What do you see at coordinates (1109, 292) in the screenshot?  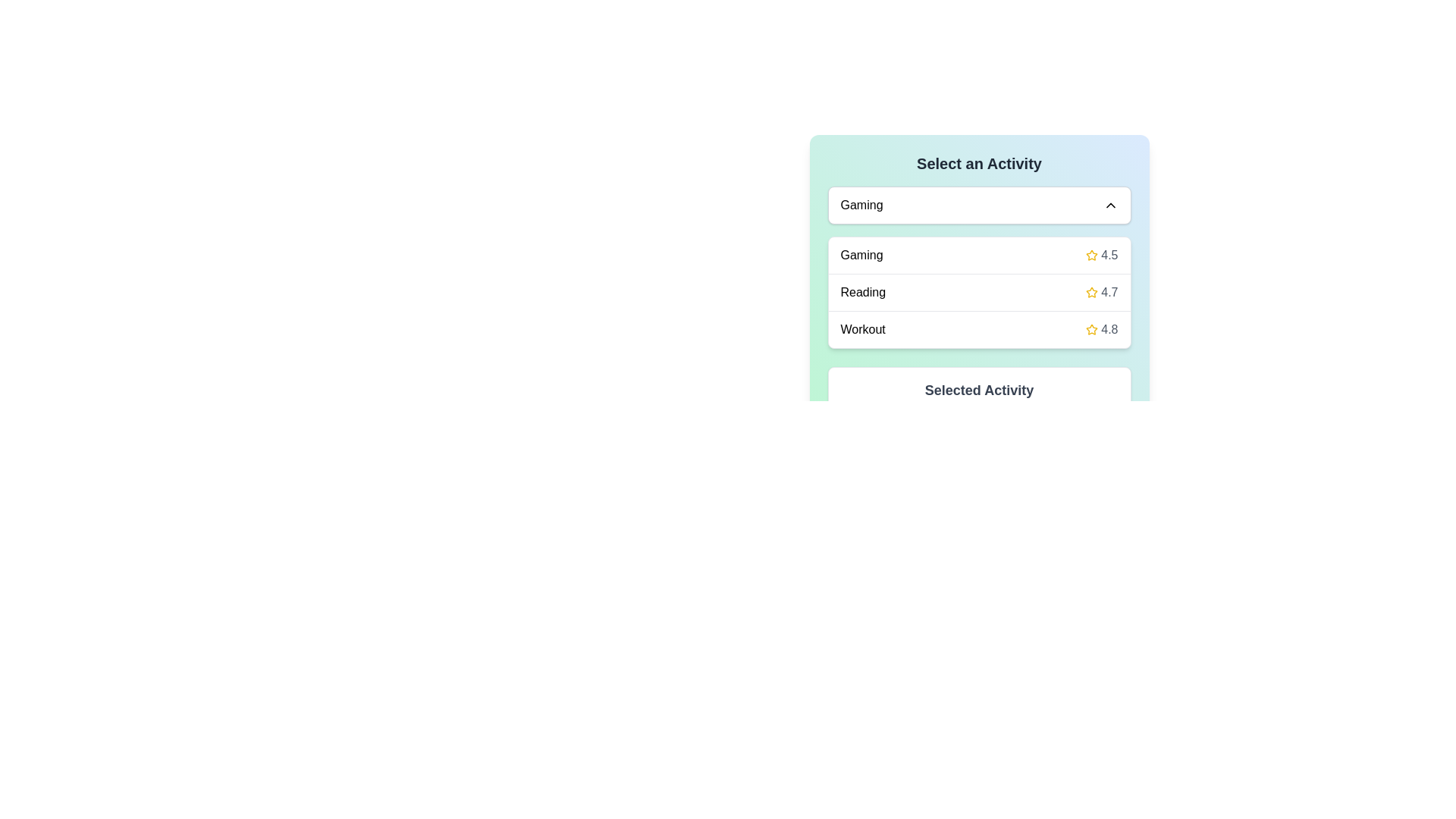 I see `the label displaying '4.7' in gray color, located in the second row of a vertical list labeled 'Reading', next to a yellow star icon` at bounding box center [1109, 292].